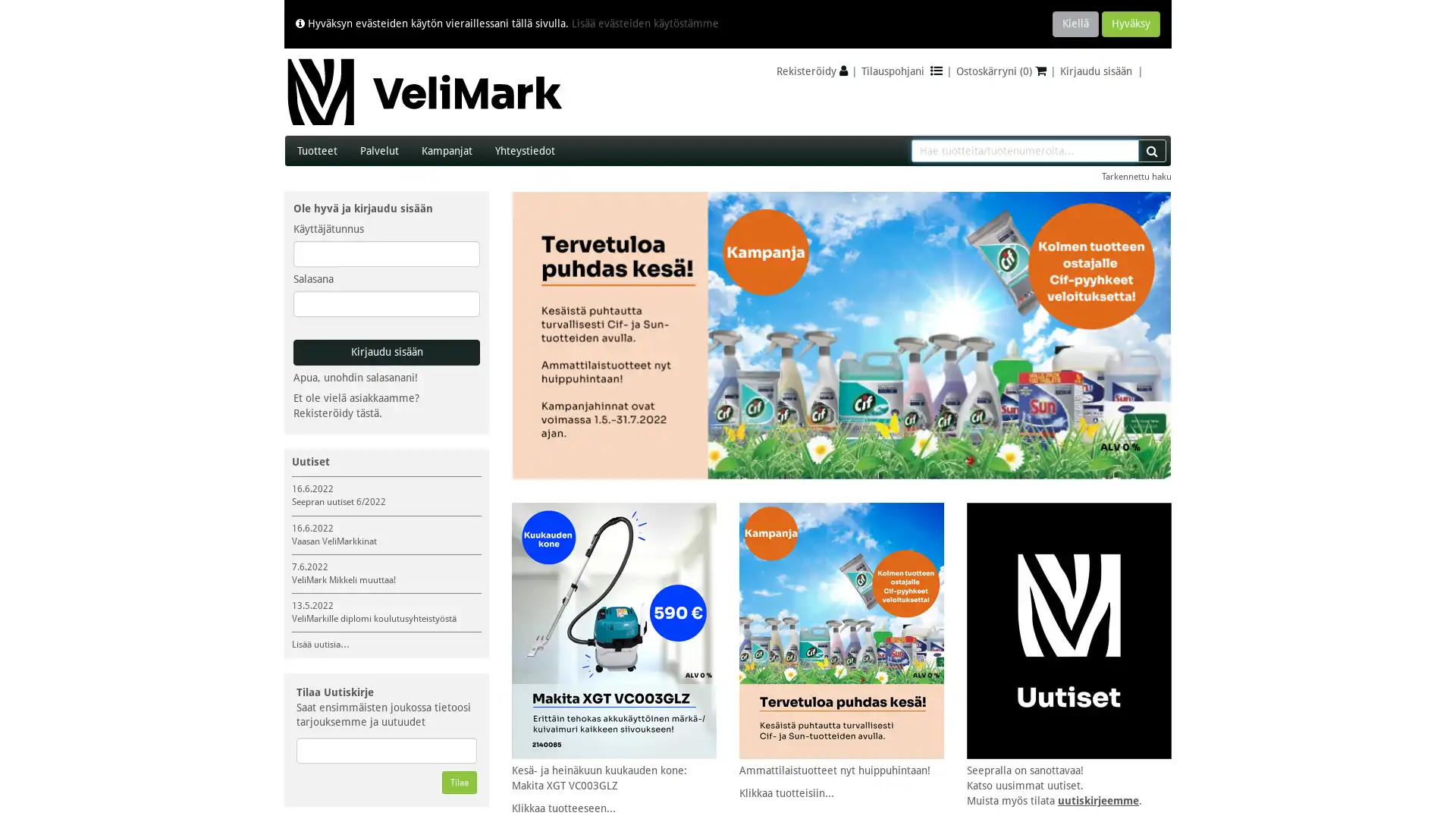 This screenshot has width=1456, height=819. What do you see at coordinates (386, 353) in the screenshot?
I see `Kirjaudu sisaan` at bounding box center [386, 353].